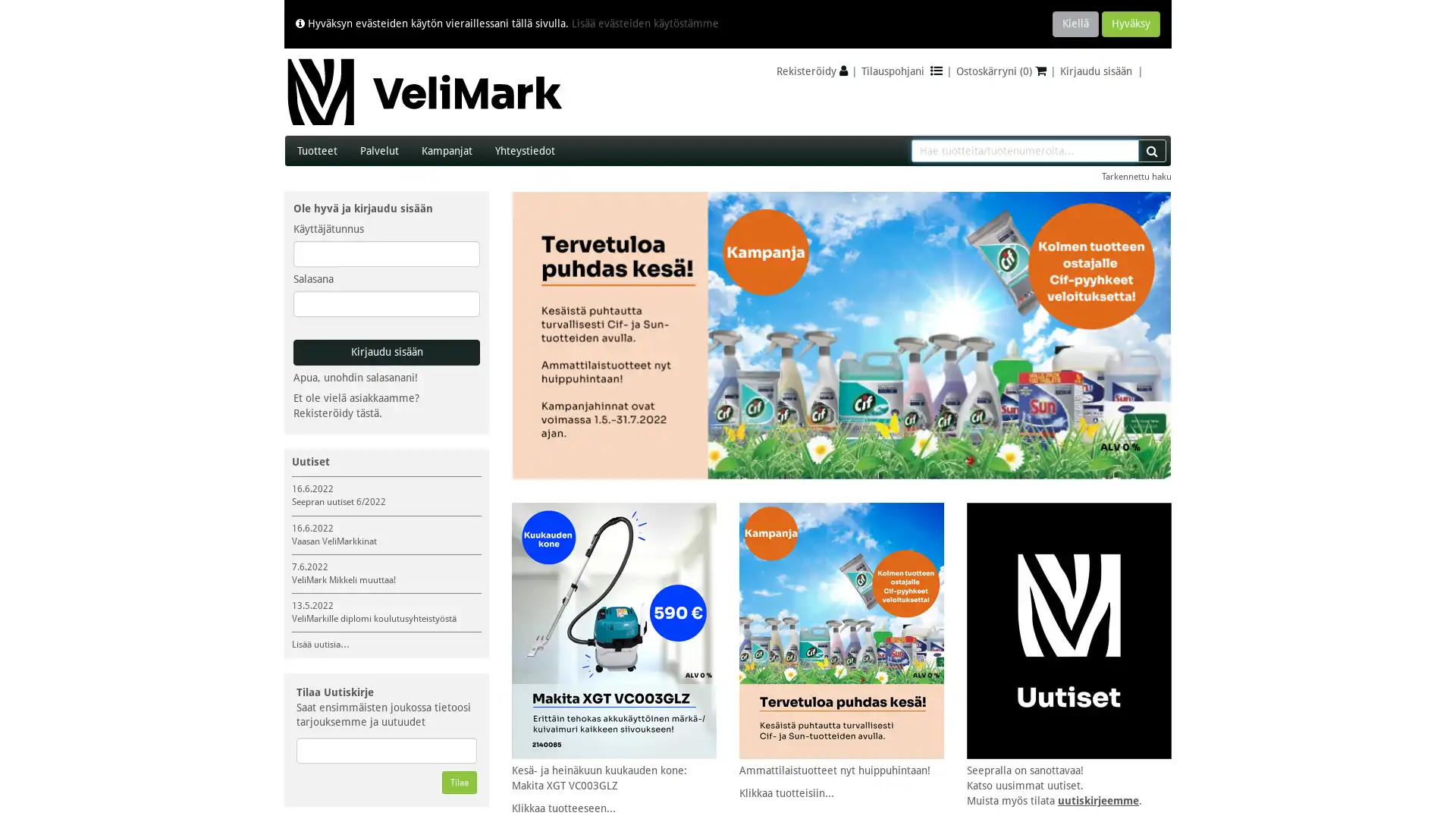 This screenshot has width=1456, height=819. What do you see at coordinates (386, 353) in the screenshot?
I see `Kirjaudu sisaan` at bounding box center [386, 353].